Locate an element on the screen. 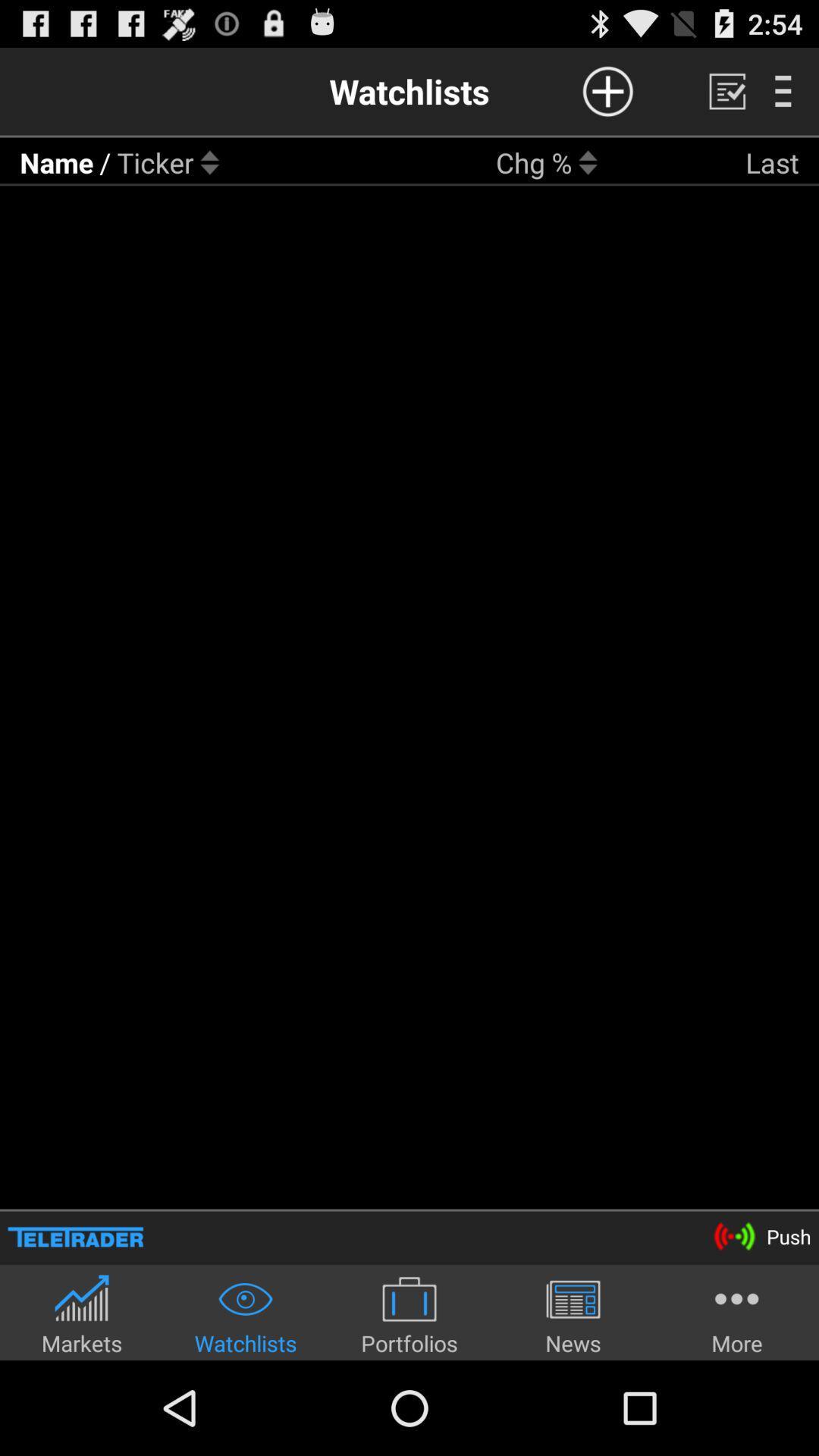 The image size is (819, 1456). the check icon is located at coordinates (726, 97).